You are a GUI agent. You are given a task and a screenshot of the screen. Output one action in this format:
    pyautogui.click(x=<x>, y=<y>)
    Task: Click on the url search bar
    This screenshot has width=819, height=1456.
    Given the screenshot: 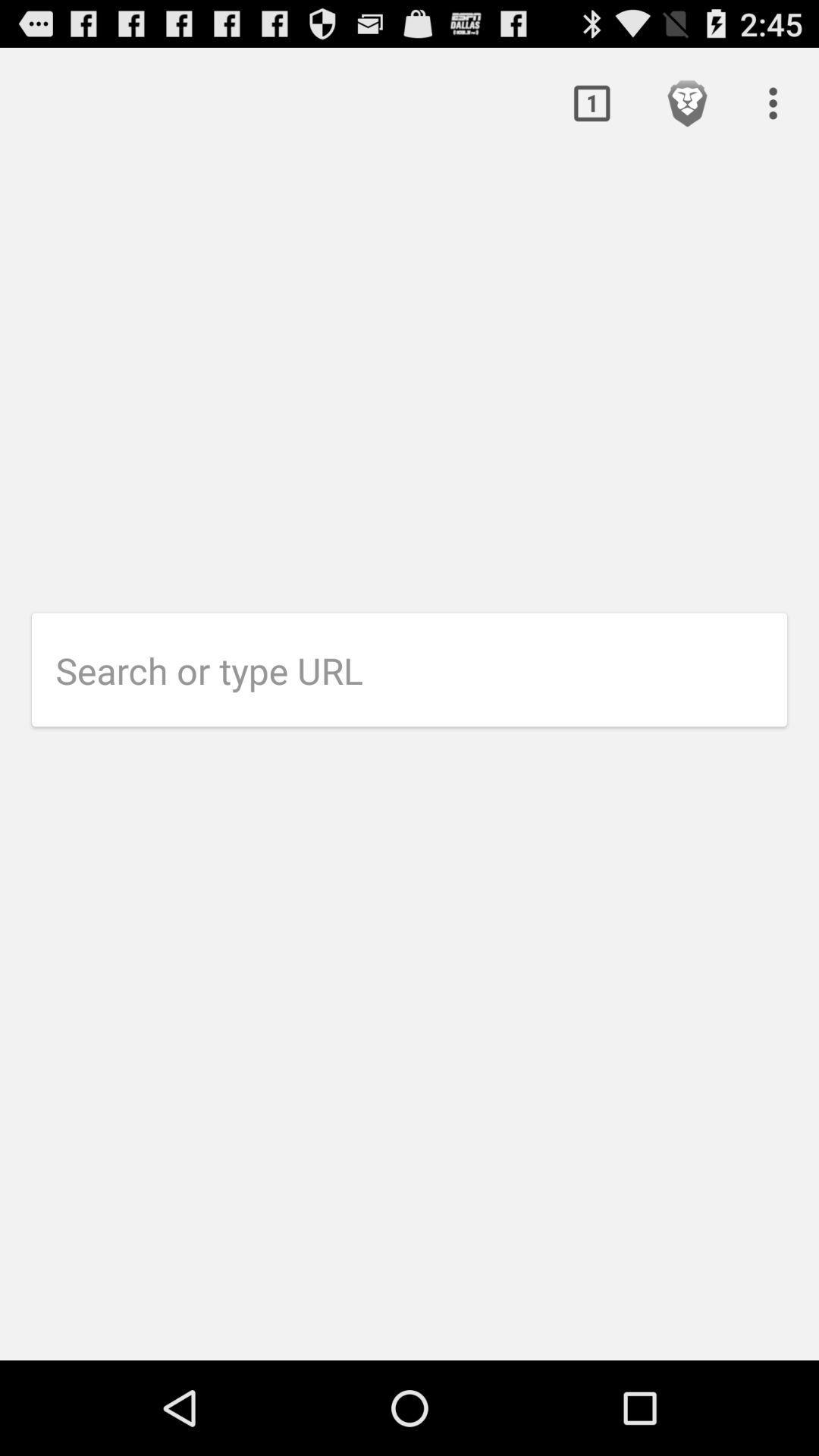 What is the action you would take?
    pyautogui.click(x=421, y=670)
    